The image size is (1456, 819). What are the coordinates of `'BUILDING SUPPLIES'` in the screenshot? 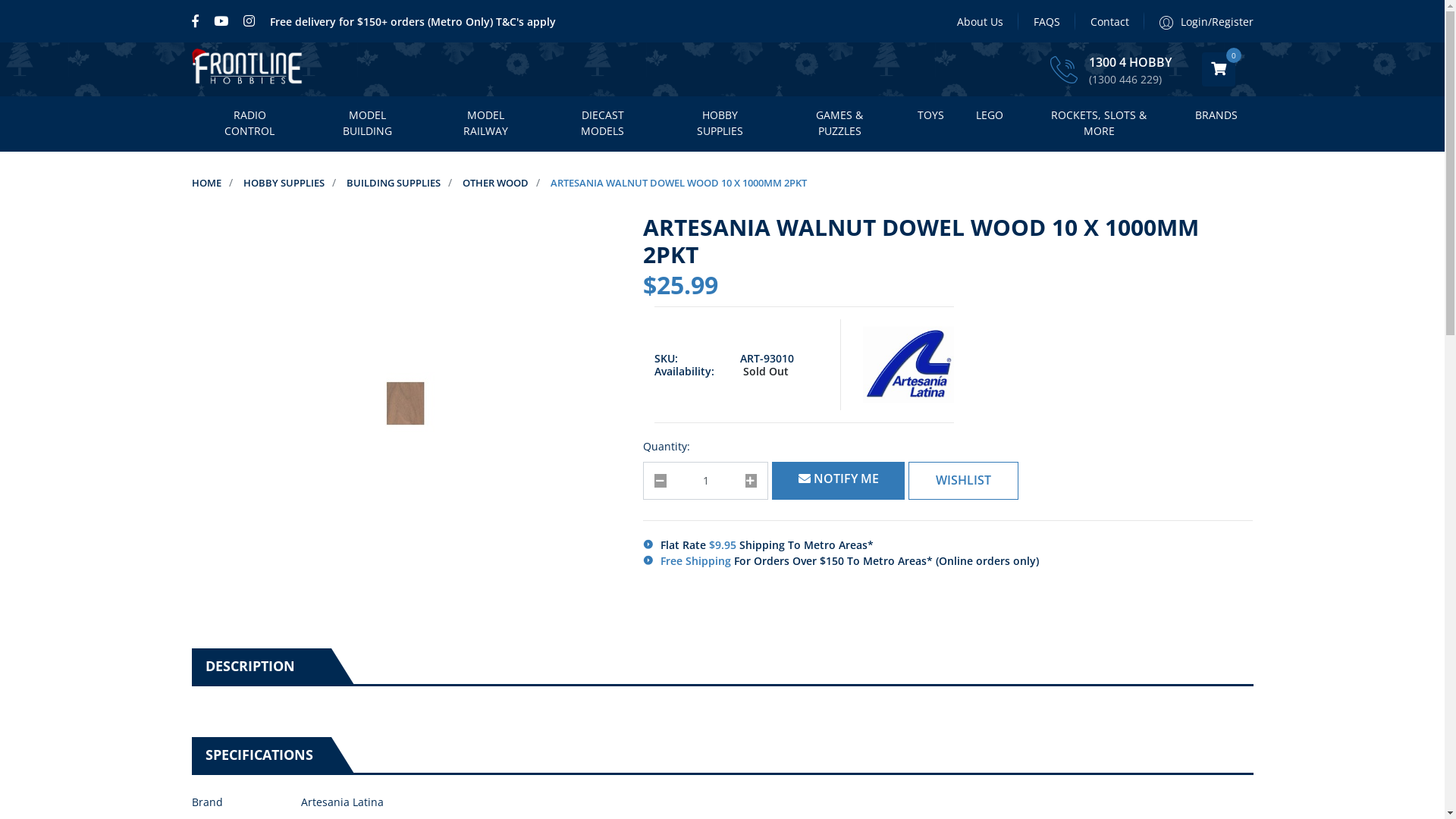 It's located at (393, 181).